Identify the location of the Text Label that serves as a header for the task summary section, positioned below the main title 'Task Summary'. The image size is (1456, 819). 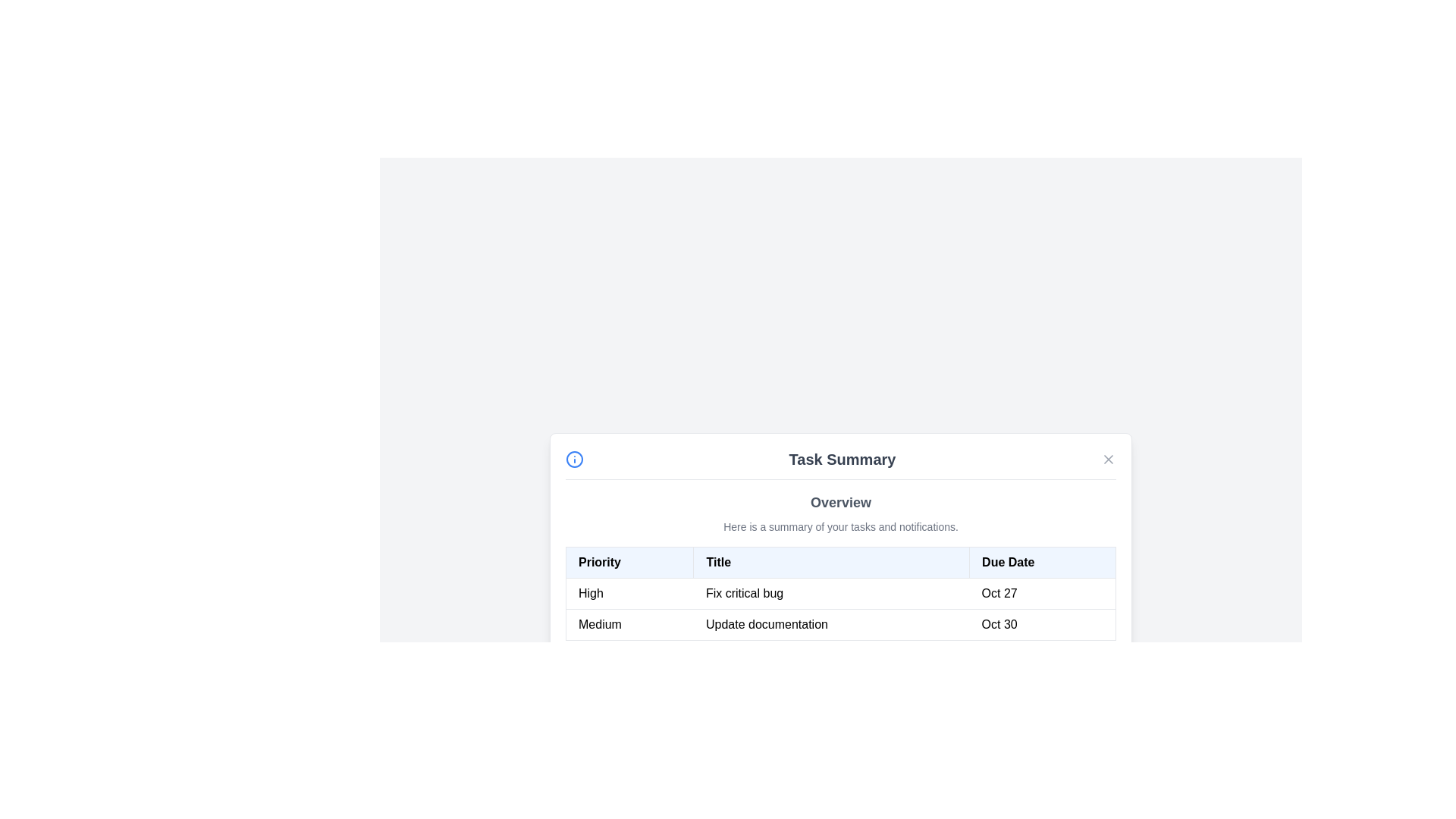
(839, 502).